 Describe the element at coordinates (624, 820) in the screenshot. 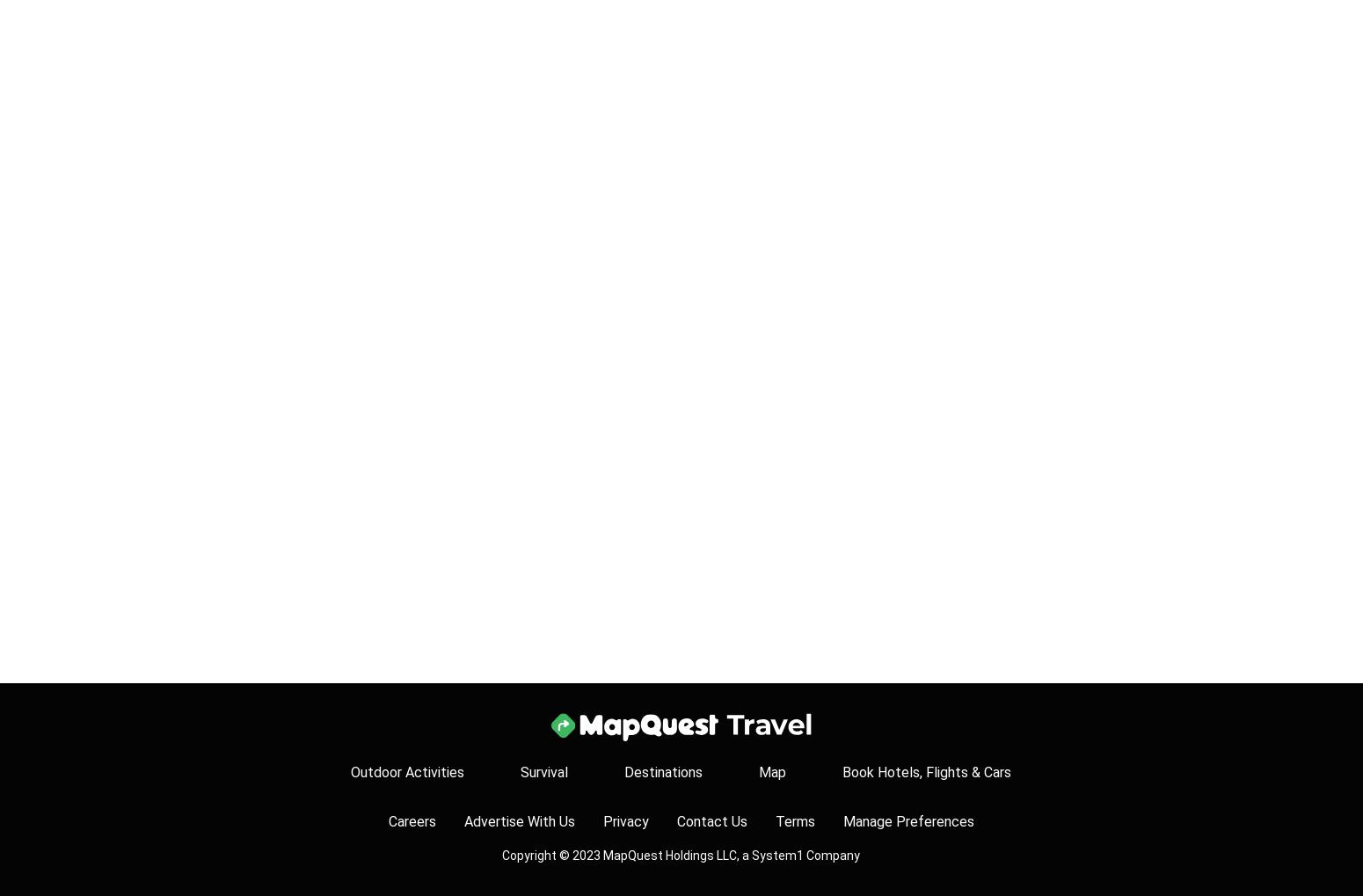

I see `'Privacy'` at that location.